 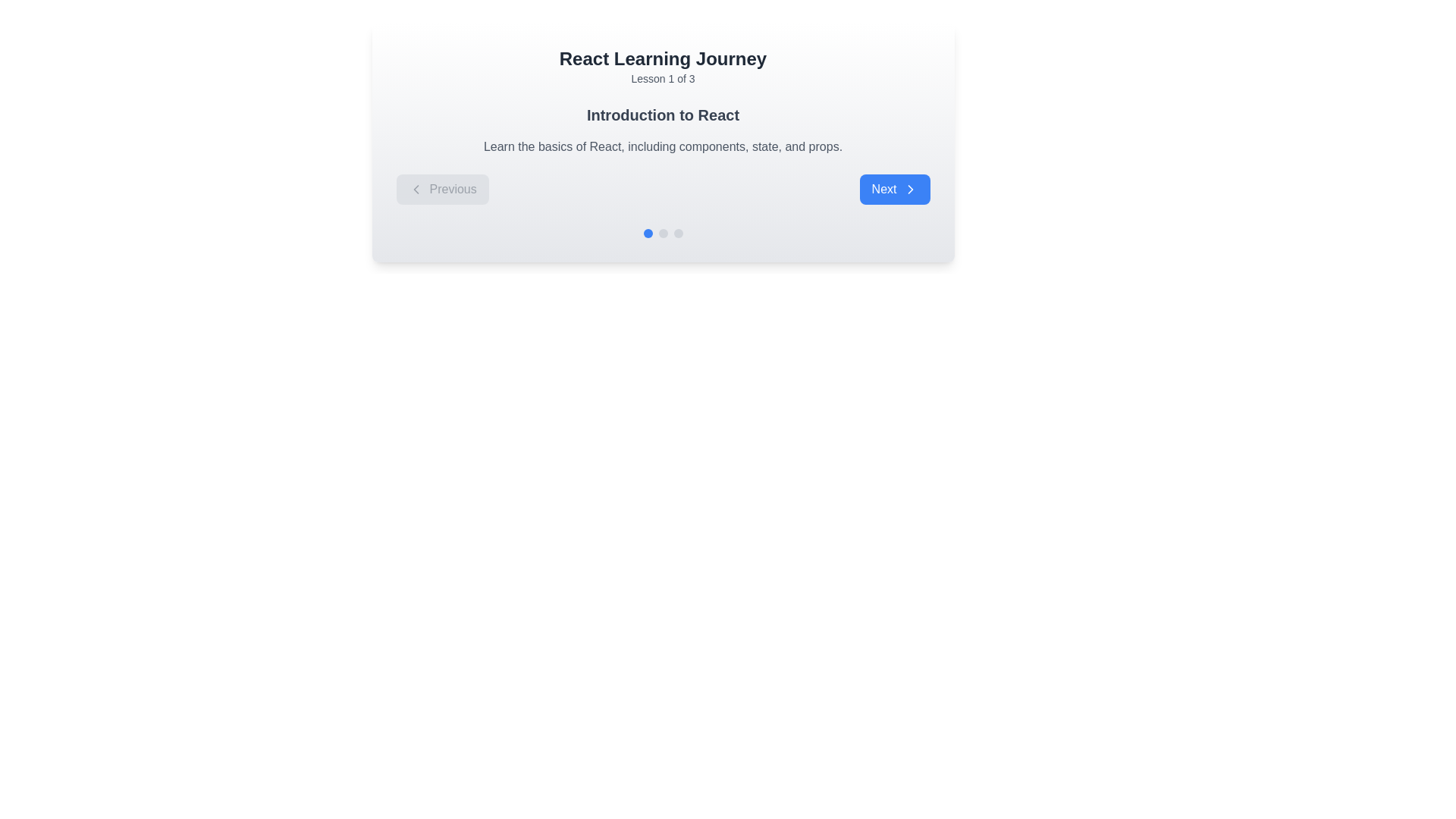 What do you see at coordinates (663, 79) in the screenshot?
I see `the text label reading 'Lesson 1 of 3', which is a smaller light gray font located centrally beneath the bold heading 'React Learning Journey'` at bounding box center [663, 79].